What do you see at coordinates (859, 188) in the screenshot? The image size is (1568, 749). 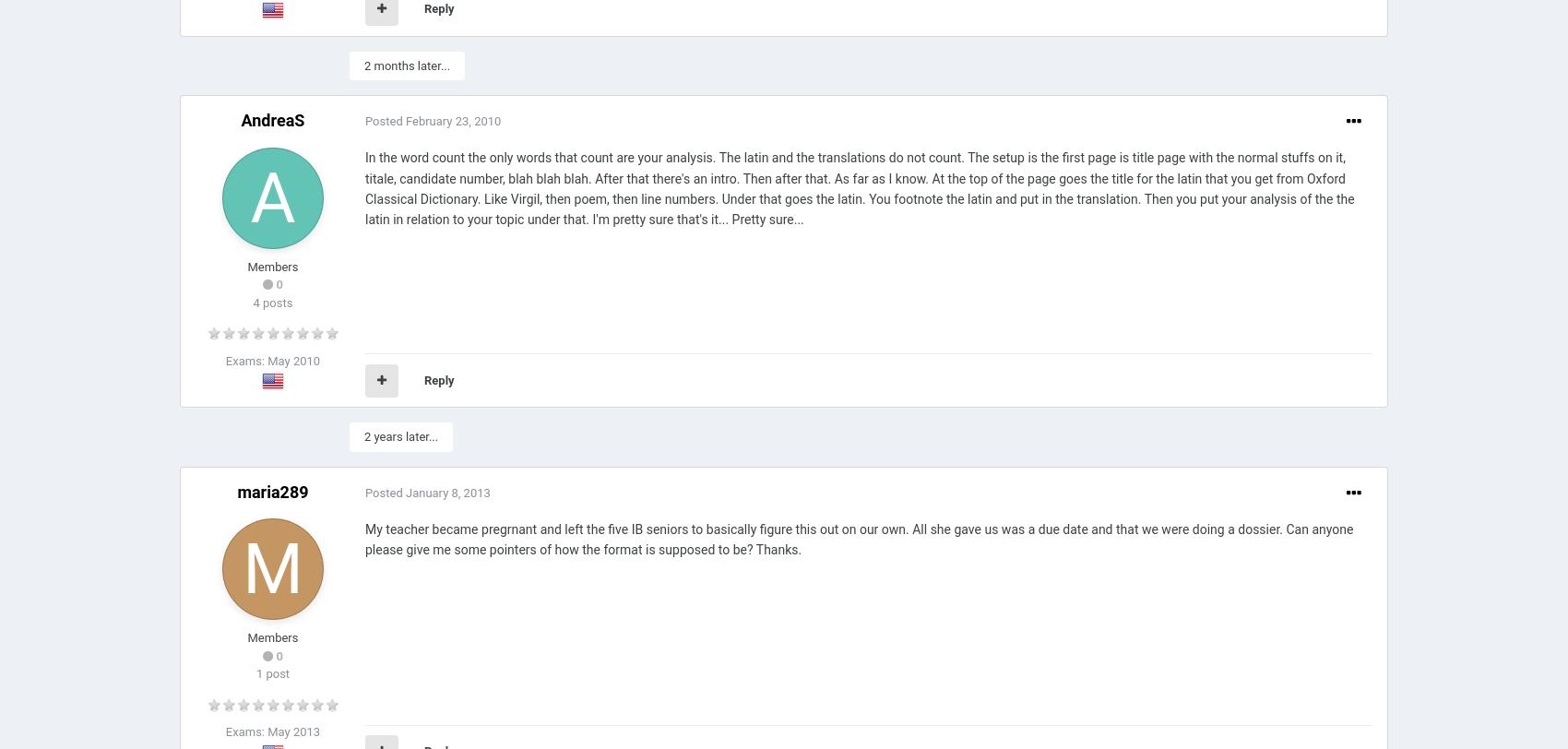 I see `'In the word count the only words that count are your analysis. The latin and the translations do not count. The setup is the first page is title page with the normal stuffs on it, titale, candidate number, blah blah blah. After that there's an intro. Then after that. As far as I know. At the top of the page goes the title for the latin that you get from Oxford Classical Dictionary. Like Virgil, then poem, then line numbers. Under that goes the latin. You footnote the latin and put in the translation. Then you put your analysis of the the latin in relation to your topic under that. I'm pretty sure that's it... Pretty sure...'` at bounding box center [859, 188].